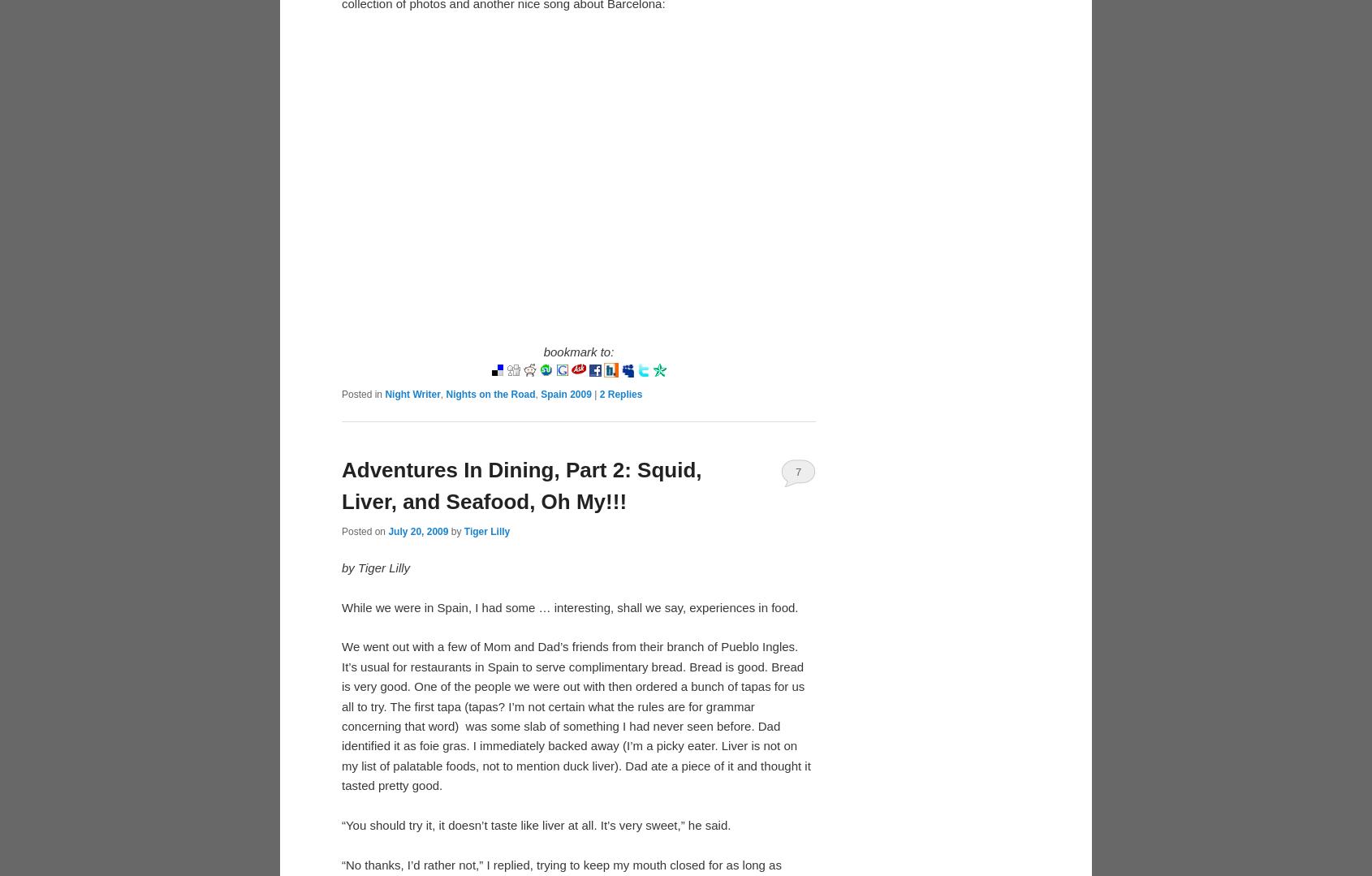 Image resolution: width=1372 pixels, height=876 pixels. Describe the element at coordinates (623, 393) in the screenshot. I see `'Replies'` at that location.